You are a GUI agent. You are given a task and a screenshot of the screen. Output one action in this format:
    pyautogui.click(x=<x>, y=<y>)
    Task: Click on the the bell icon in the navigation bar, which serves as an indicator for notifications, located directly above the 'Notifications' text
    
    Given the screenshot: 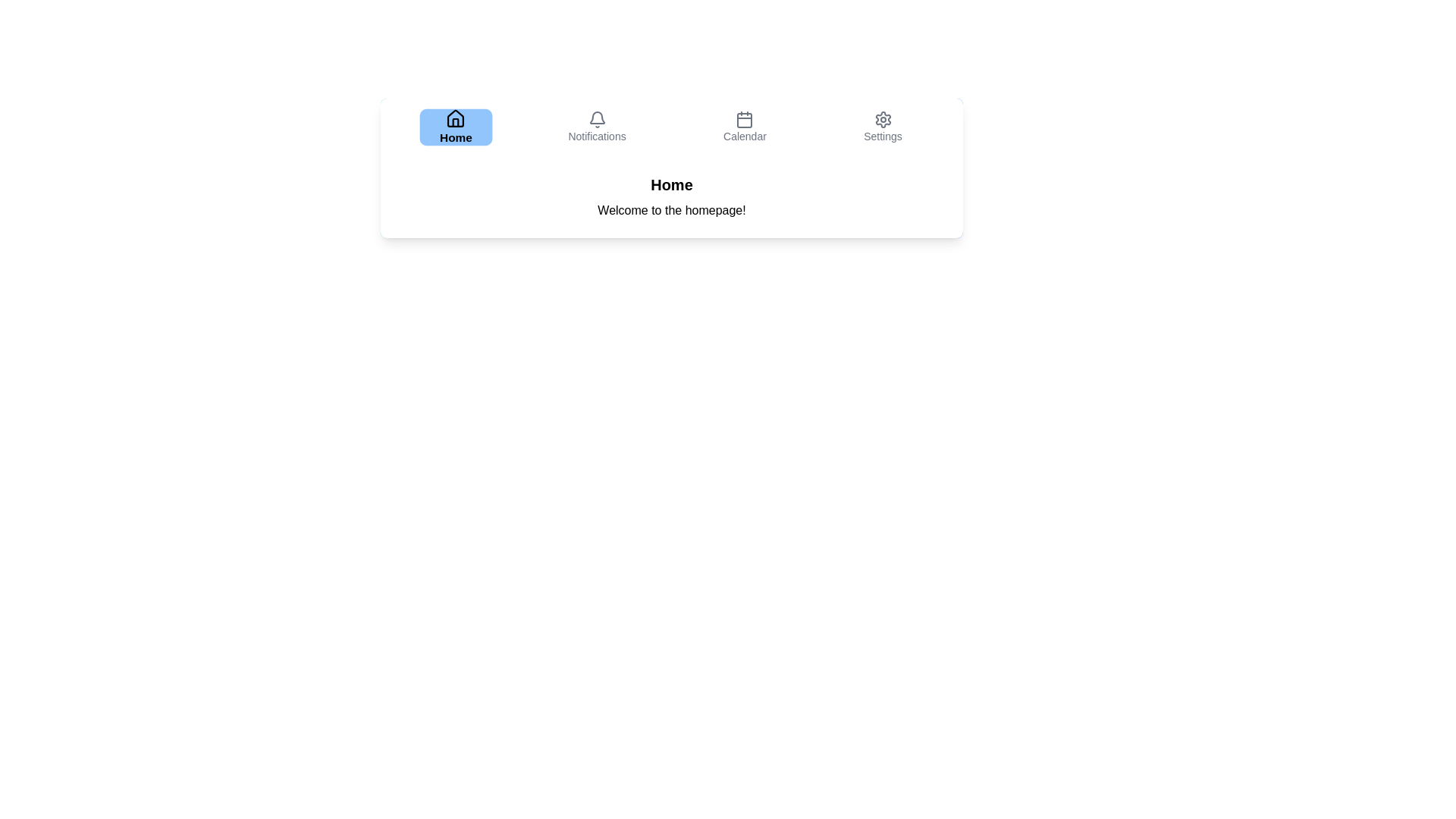 What is the action you would take?
    pyautogui.click(x=596, y=119)
    